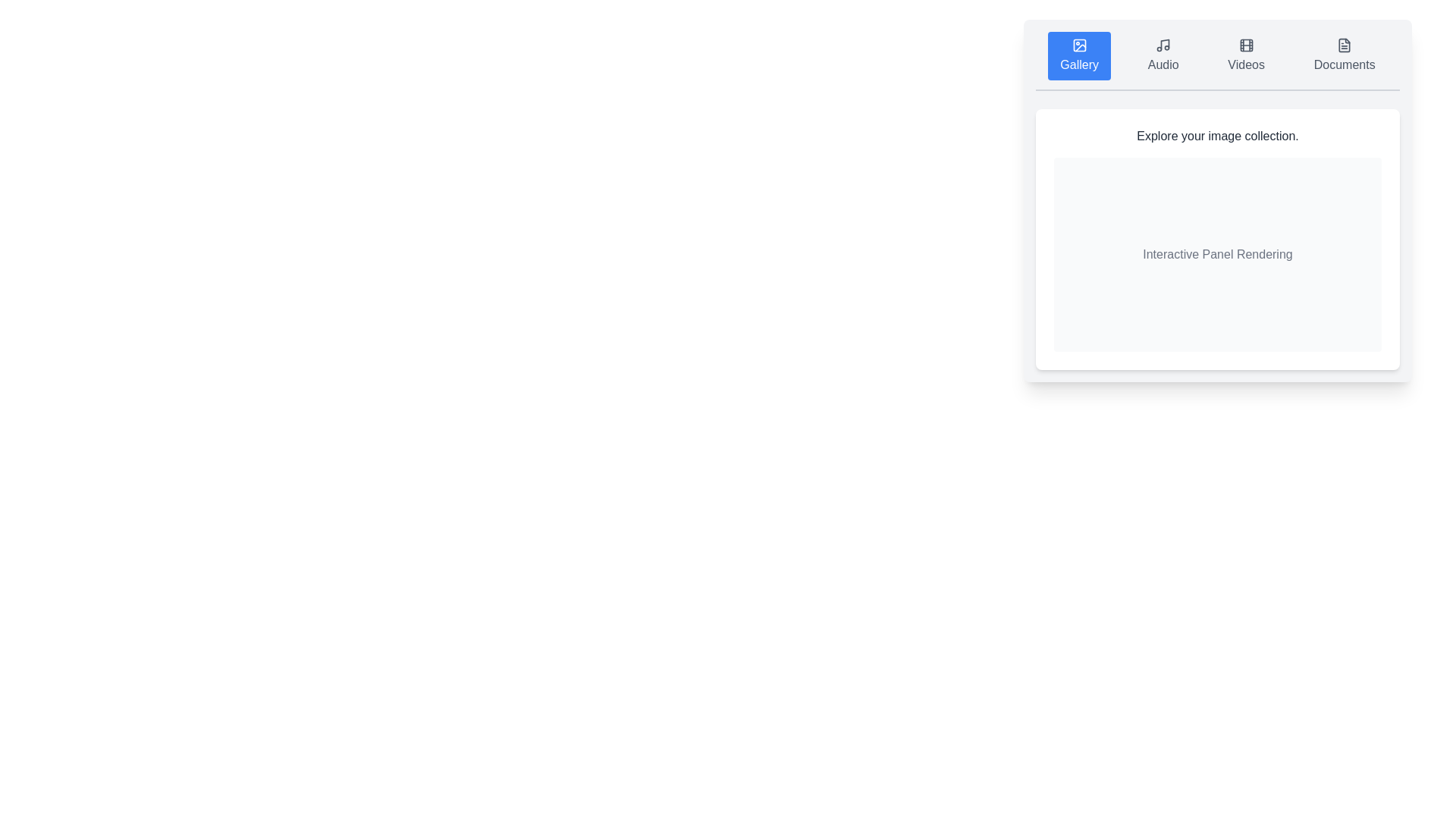  Describe the element at coordinates (1345, 55) in the screenshot. I see `the 'Documents' tab to view text files` at that location.